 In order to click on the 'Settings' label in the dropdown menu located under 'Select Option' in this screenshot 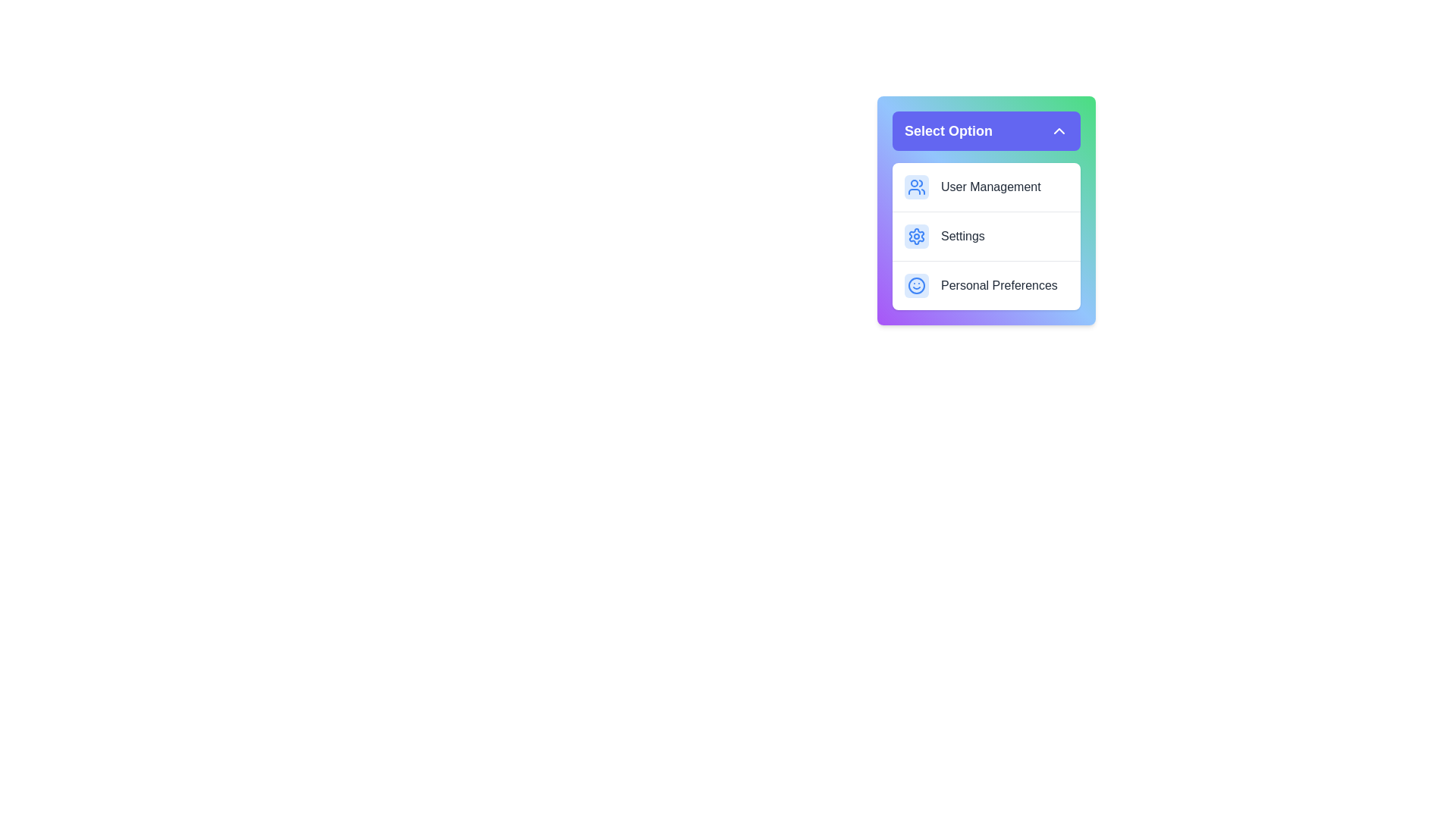, I will do `click(962, 237)`.